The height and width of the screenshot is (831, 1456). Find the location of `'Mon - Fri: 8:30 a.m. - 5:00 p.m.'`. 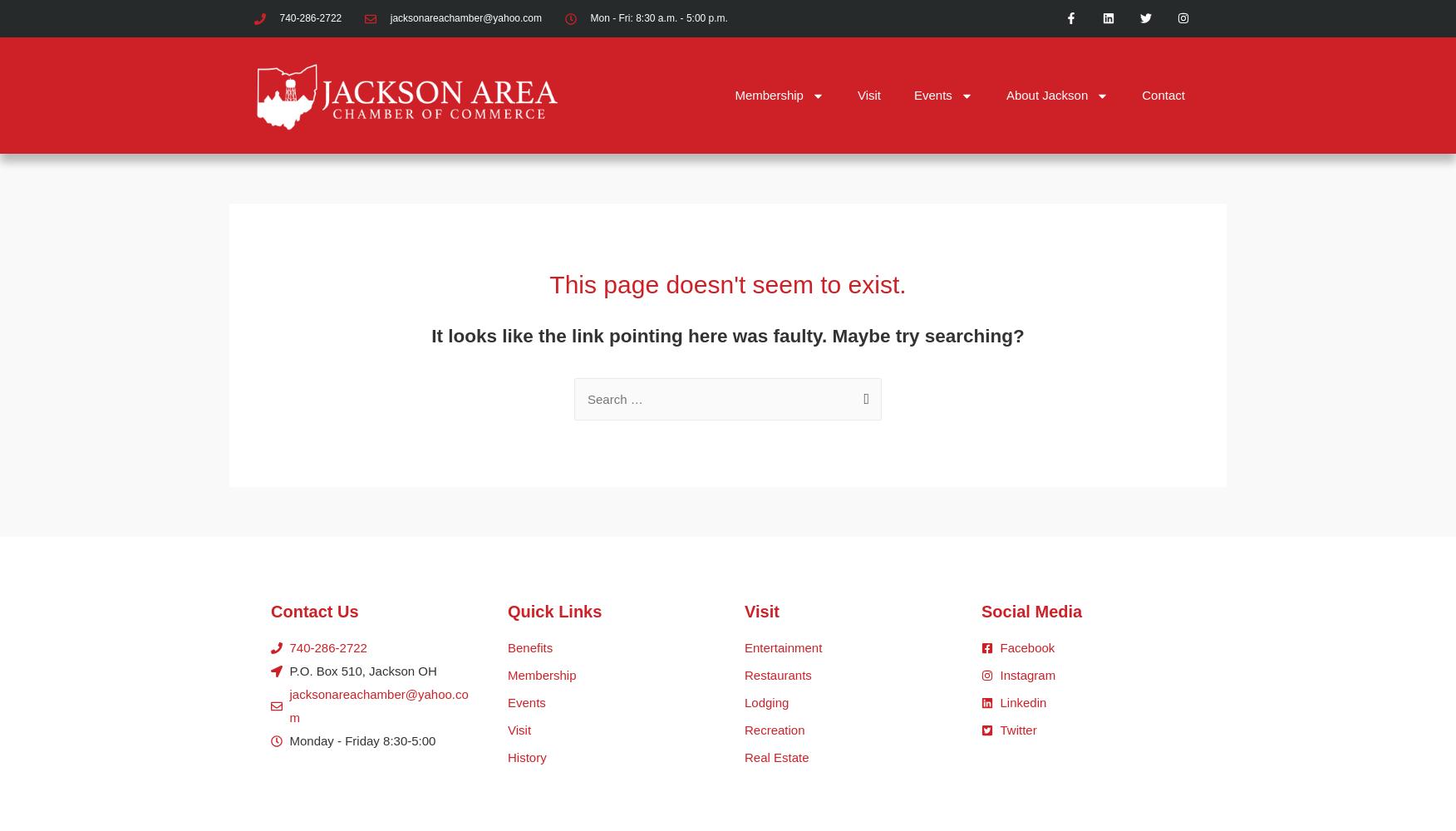

'Mon - Fri: 8:30 a.m. - 5:00 p.m.' is located at coordinates (658, 18).